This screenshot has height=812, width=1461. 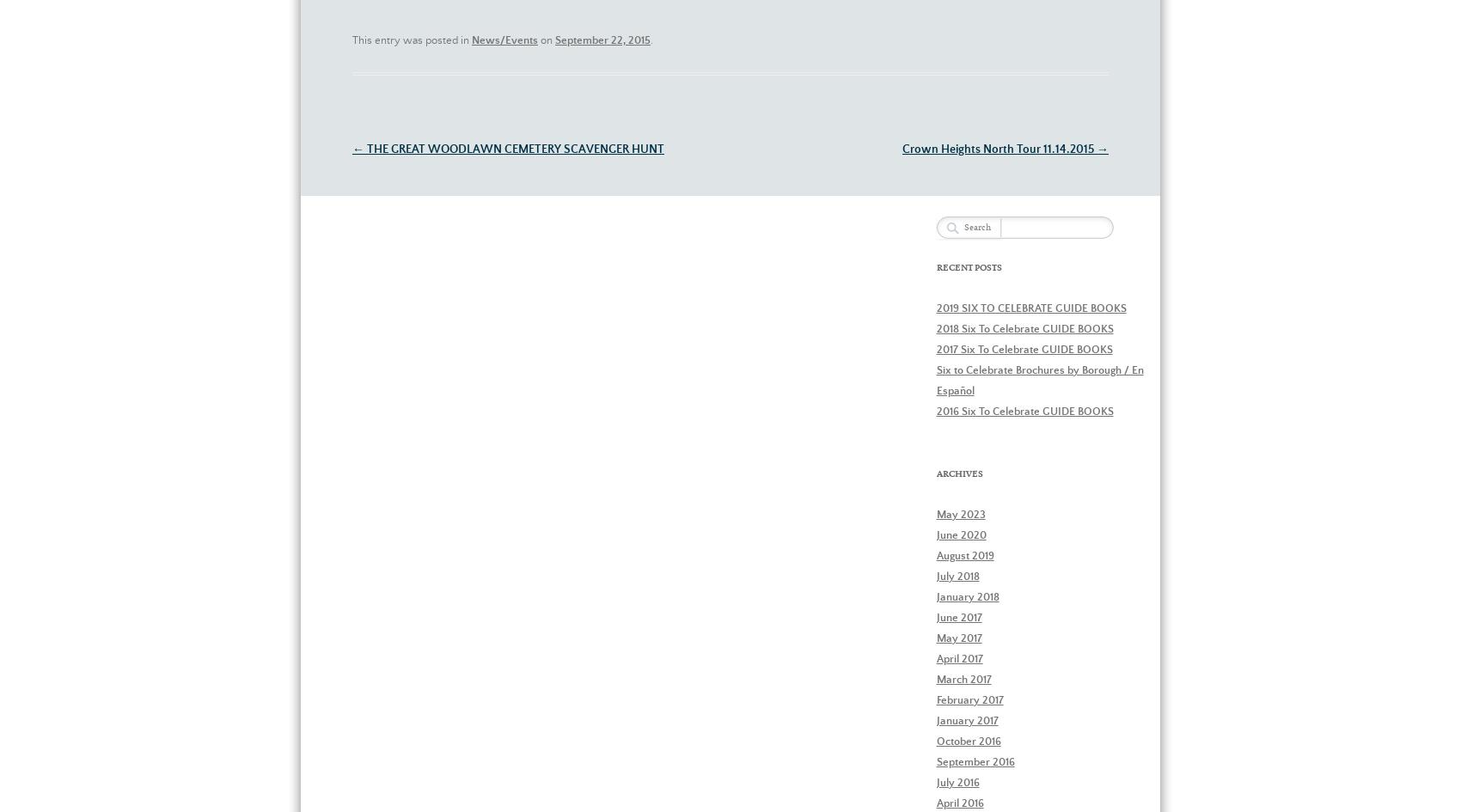 What do you see at coordinates (936, 638) in the screenshot?
I see `'May 2017'` at bounding box center [936, 638].